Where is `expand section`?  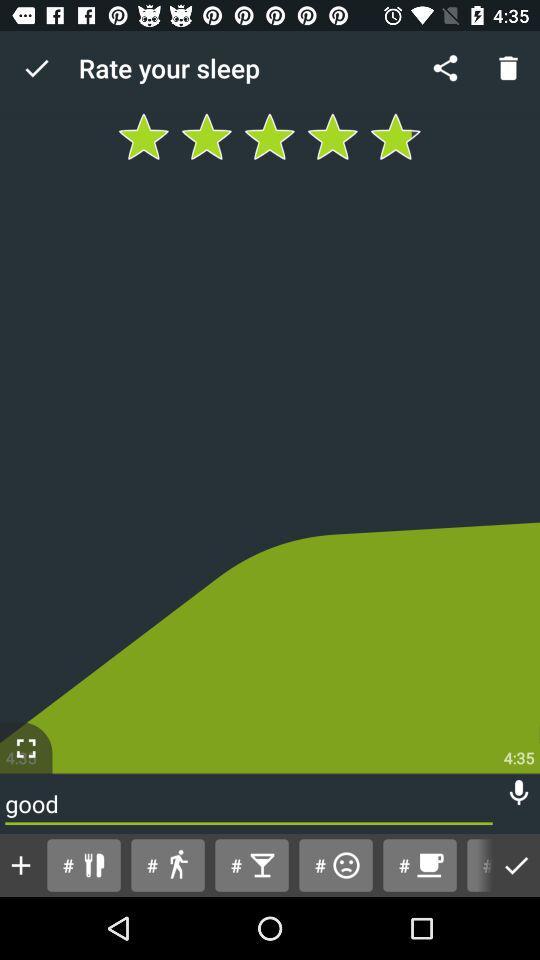 expand section is located at coordinates (25, 747).